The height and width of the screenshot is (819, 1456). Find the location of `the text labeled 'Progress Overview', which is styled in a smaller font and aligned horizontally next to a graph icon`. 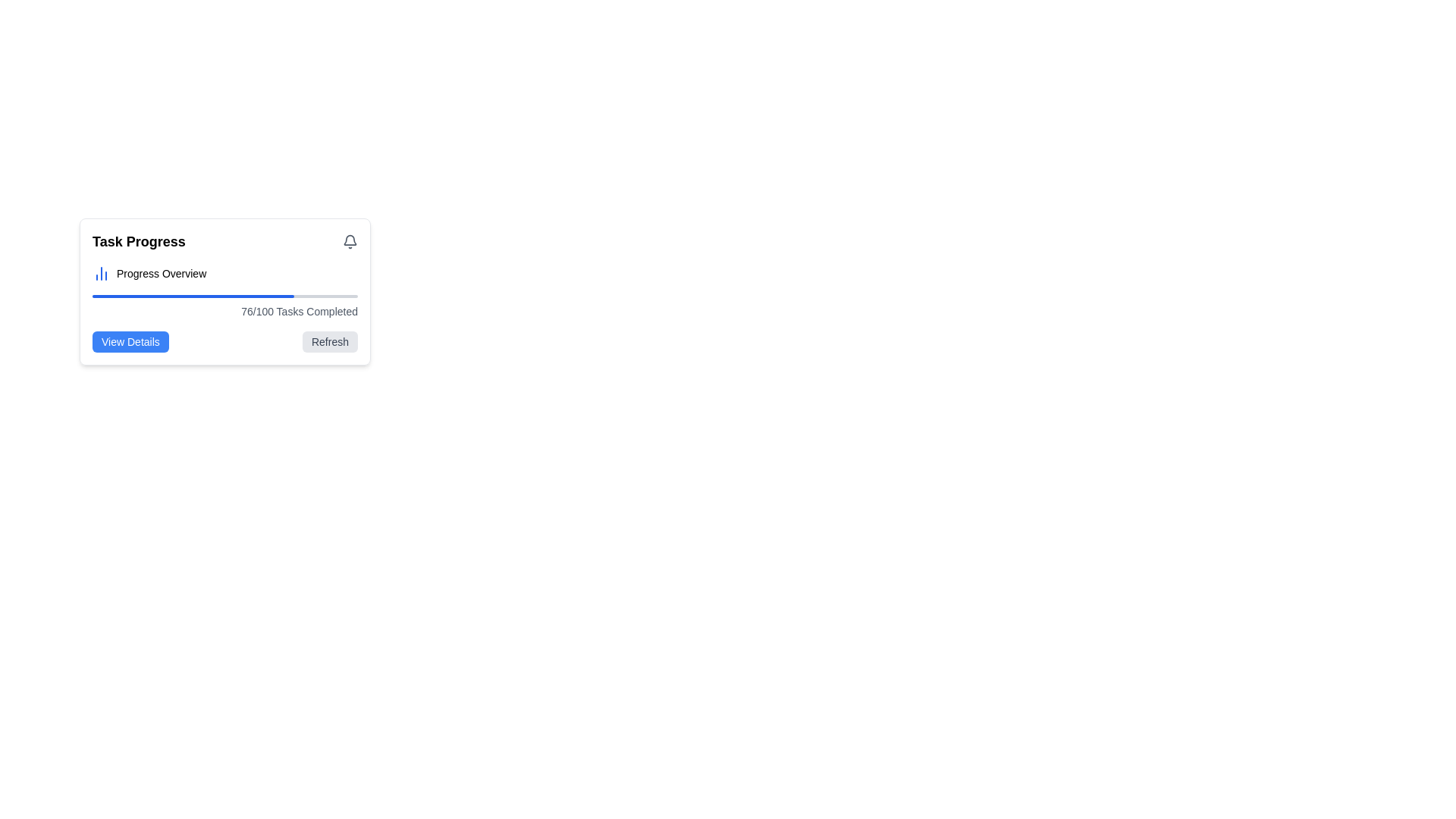

the text labeled 'Progress Overview', which is styled in a smaller font and aligned horizontally next to a graph icon is located at coordinates (162, 274).